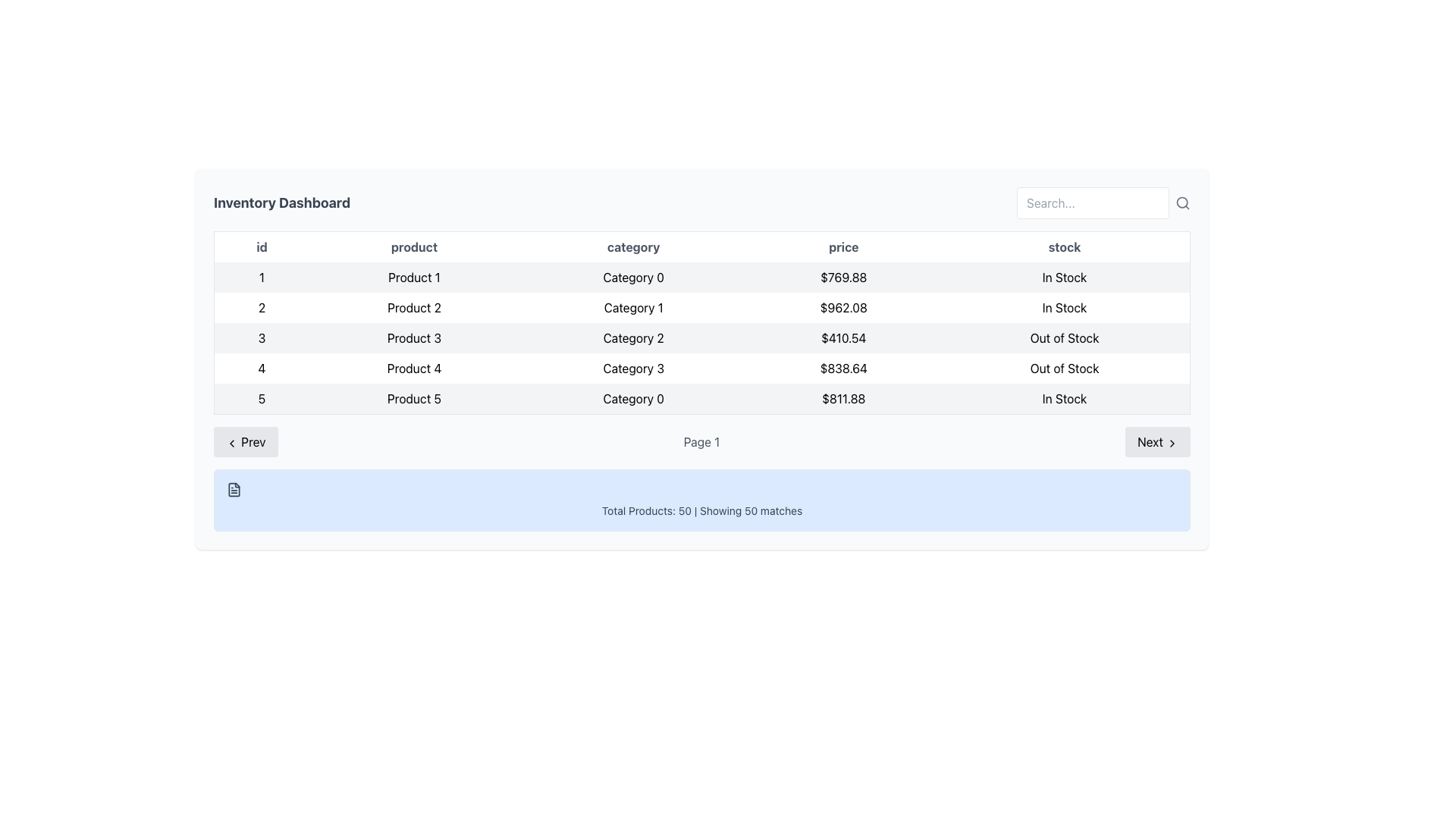 The width and height of the screenshot is (1456, 819). I want to click on main title text label located in the upper-left region of the interface, above the inventory details table, so click(282, 202).